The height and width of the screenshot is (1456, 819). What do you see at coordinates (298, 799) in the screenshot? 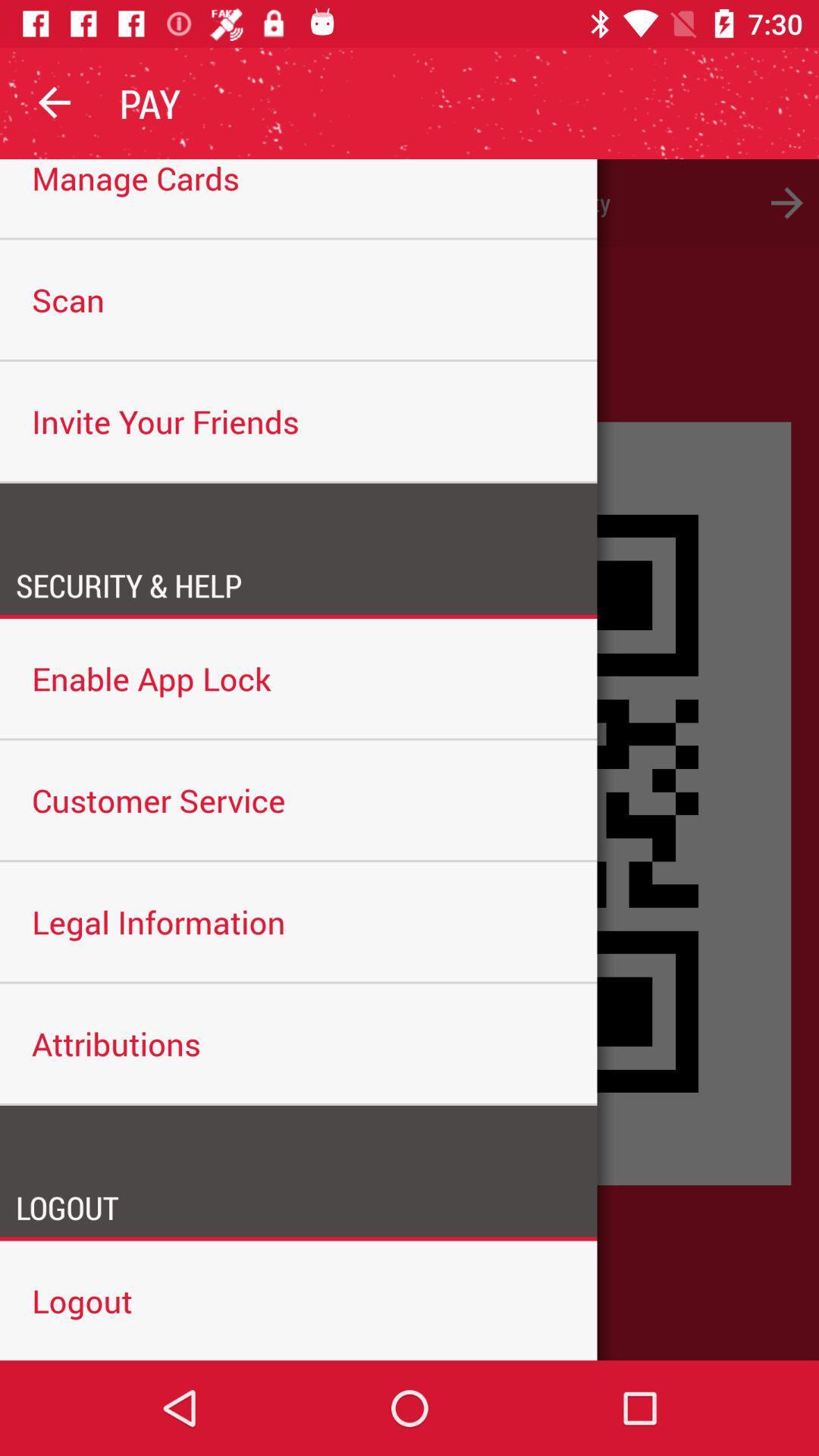
I see `customer service item` at bounding box center [298, 799].